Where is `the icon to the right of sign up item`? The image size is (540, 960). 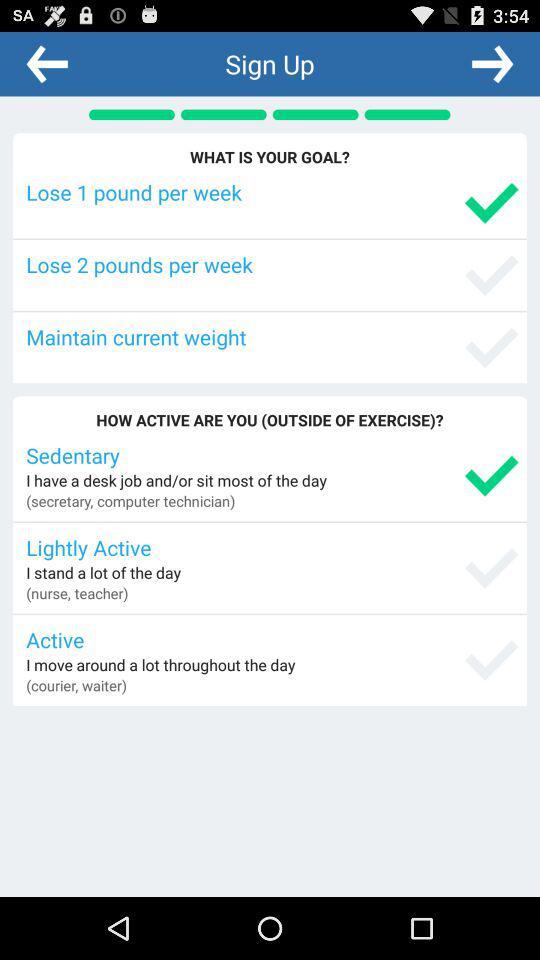
the icon to the right of sign up item is located at coordinates (491, 63).